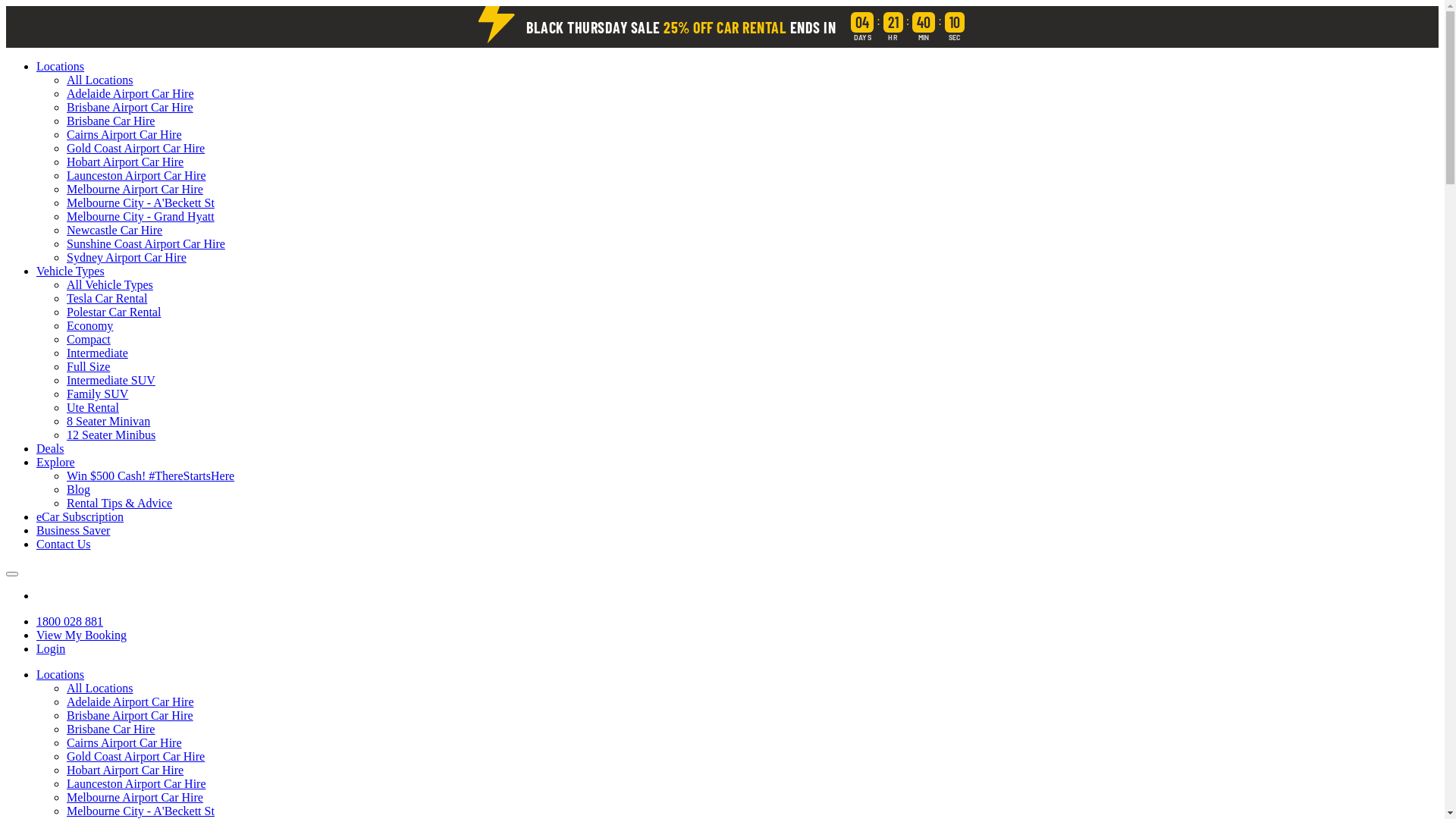  I want to click on 'Melbourne City - A'Beckett St', so click(140, 202).